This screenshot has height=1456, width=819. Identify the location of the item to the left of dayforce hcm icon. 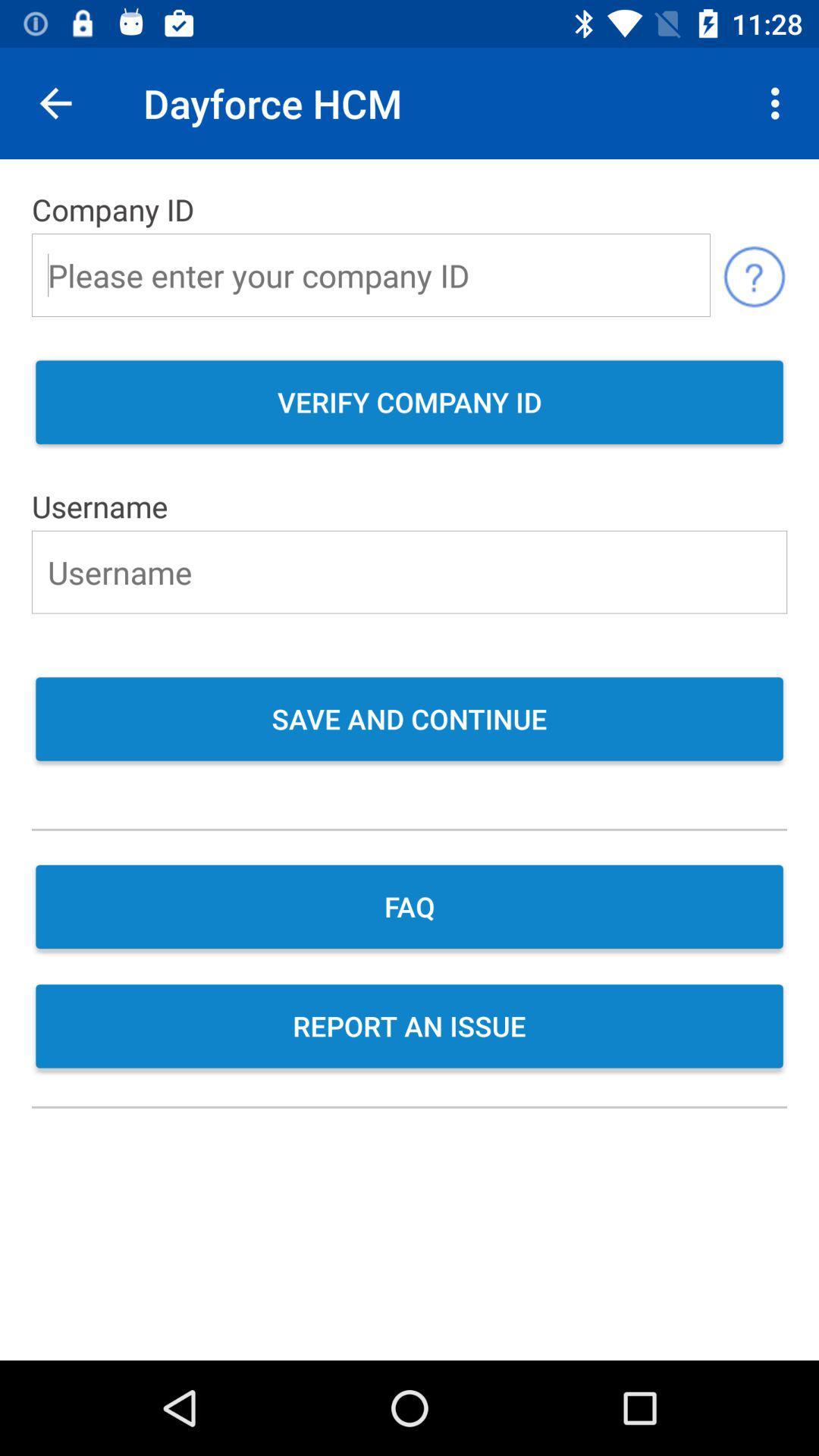
(55, 102).